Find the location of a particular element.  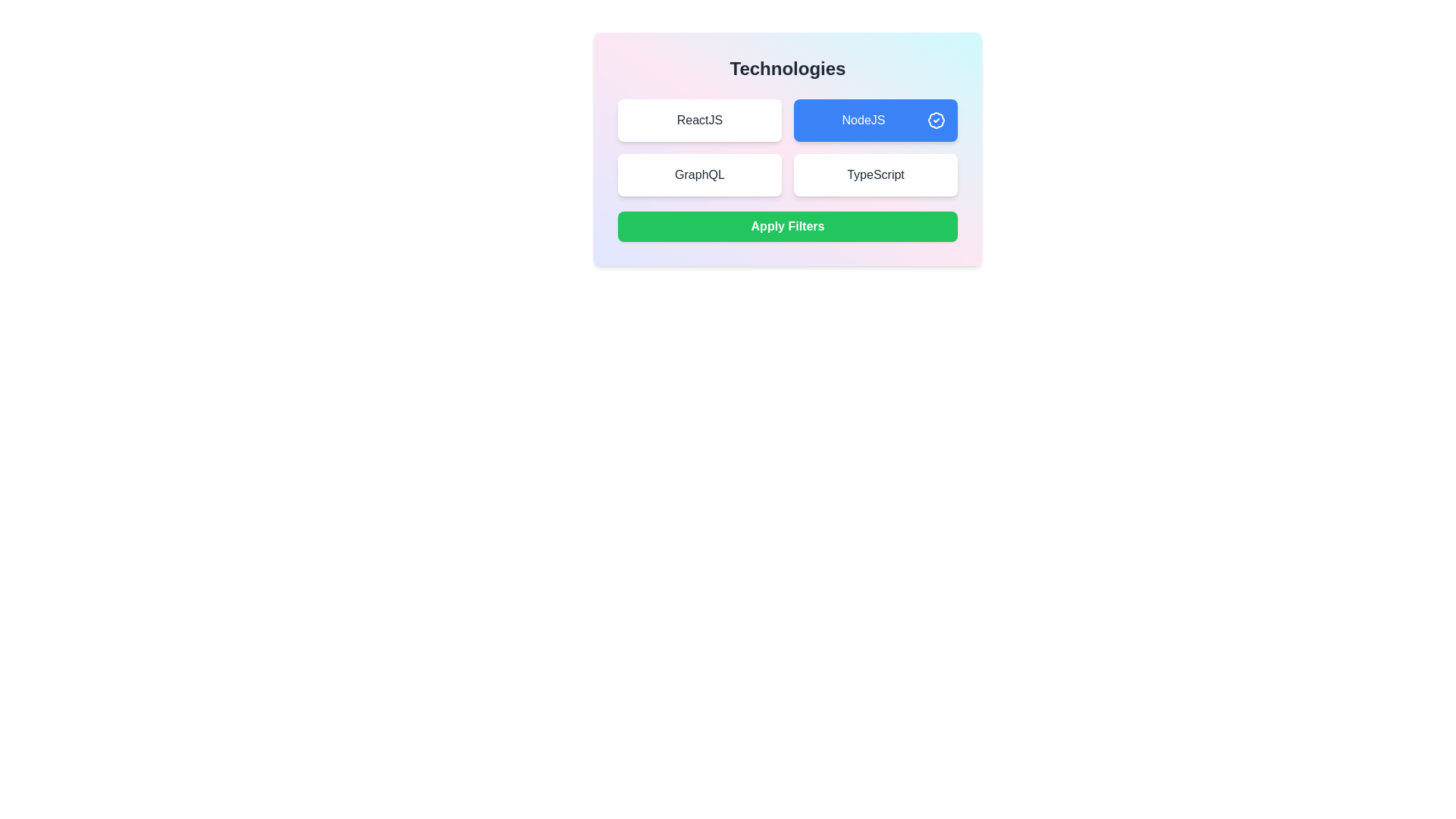

the chip with label TypeScript is located at coordinates (876, 174).